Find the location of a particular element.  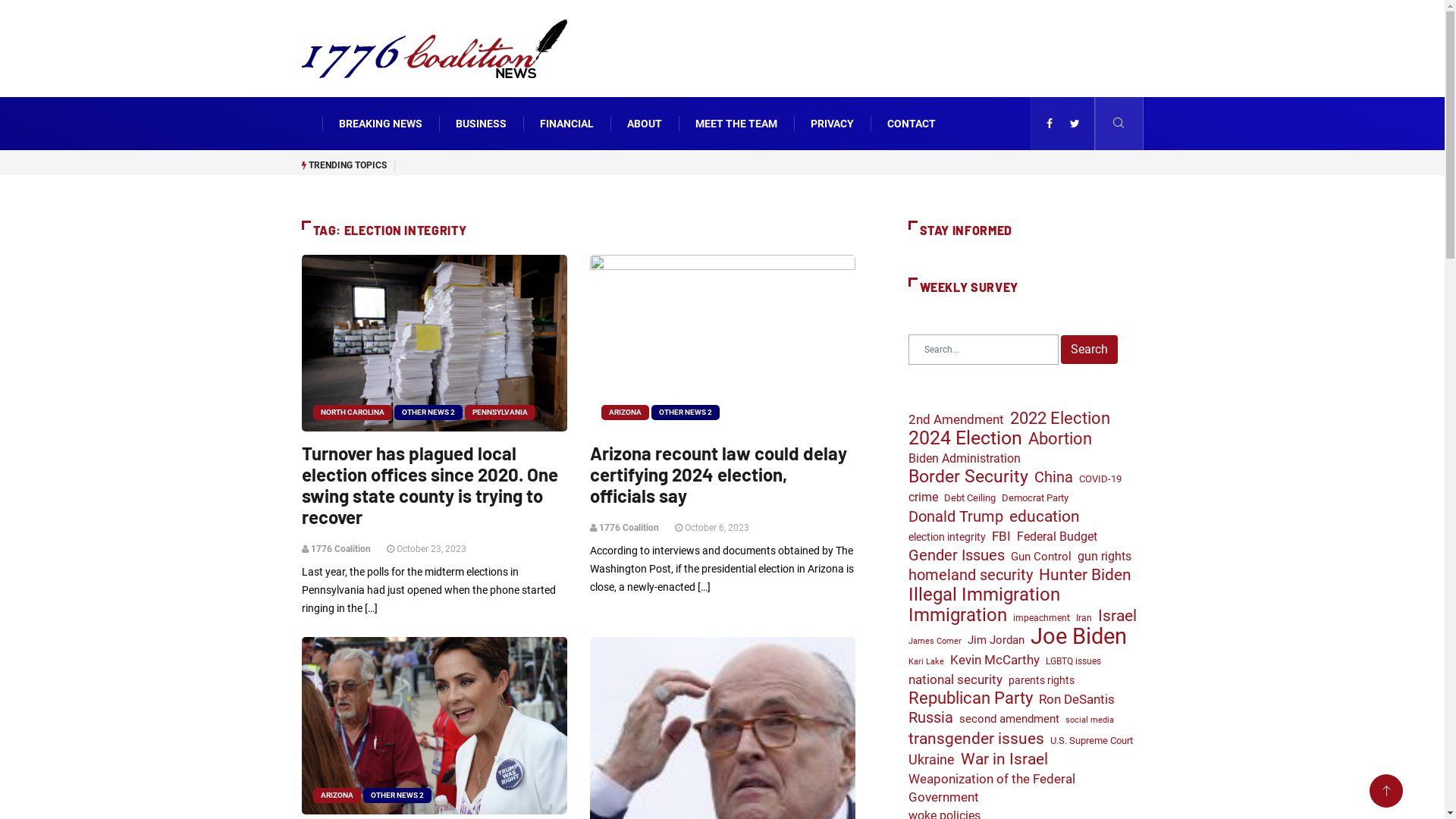

'James Comer' is located at coordinates (934, 641).